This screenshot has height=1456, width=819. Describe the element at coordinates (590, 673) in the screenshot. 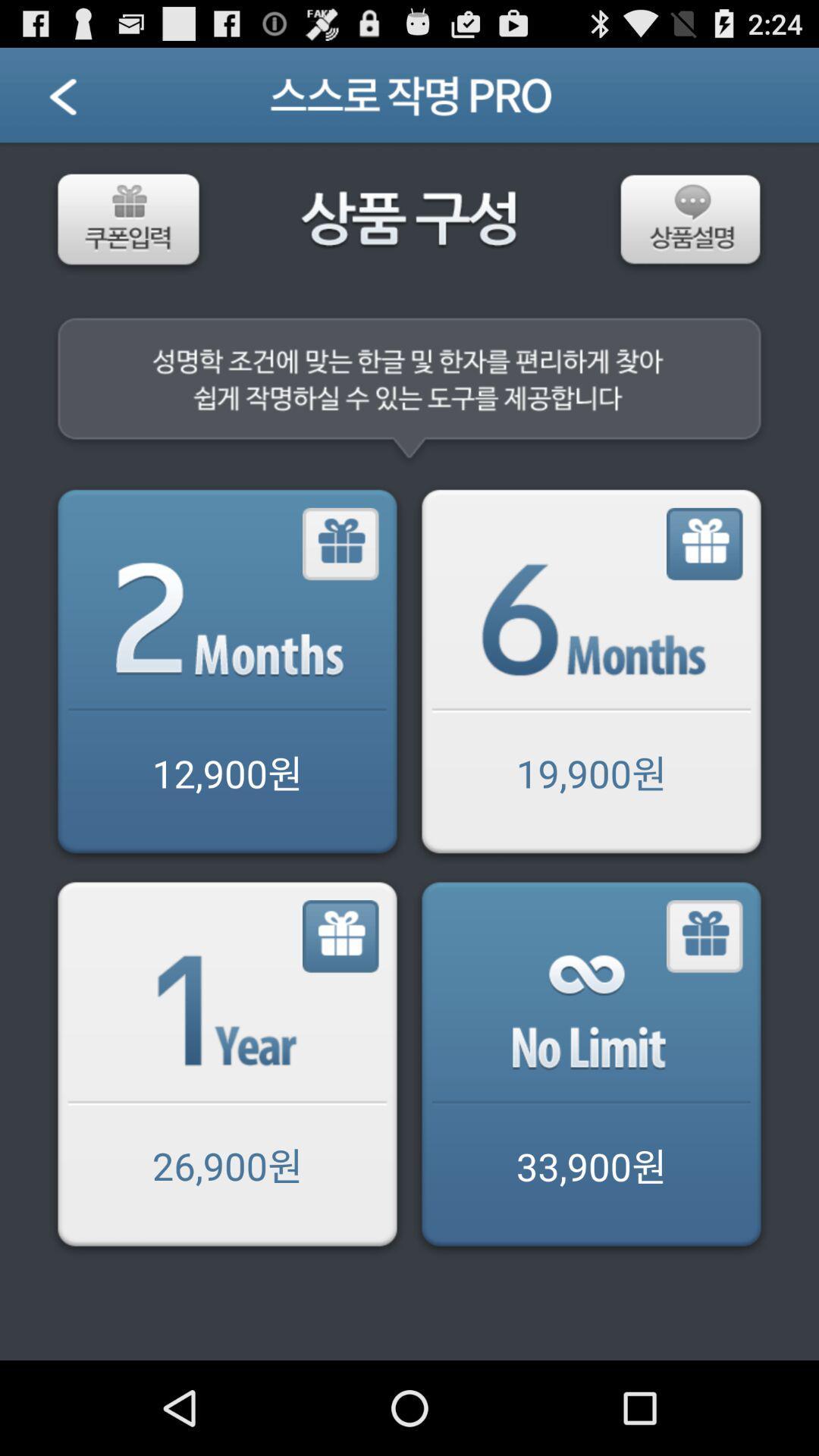

I see `go back` at that location.